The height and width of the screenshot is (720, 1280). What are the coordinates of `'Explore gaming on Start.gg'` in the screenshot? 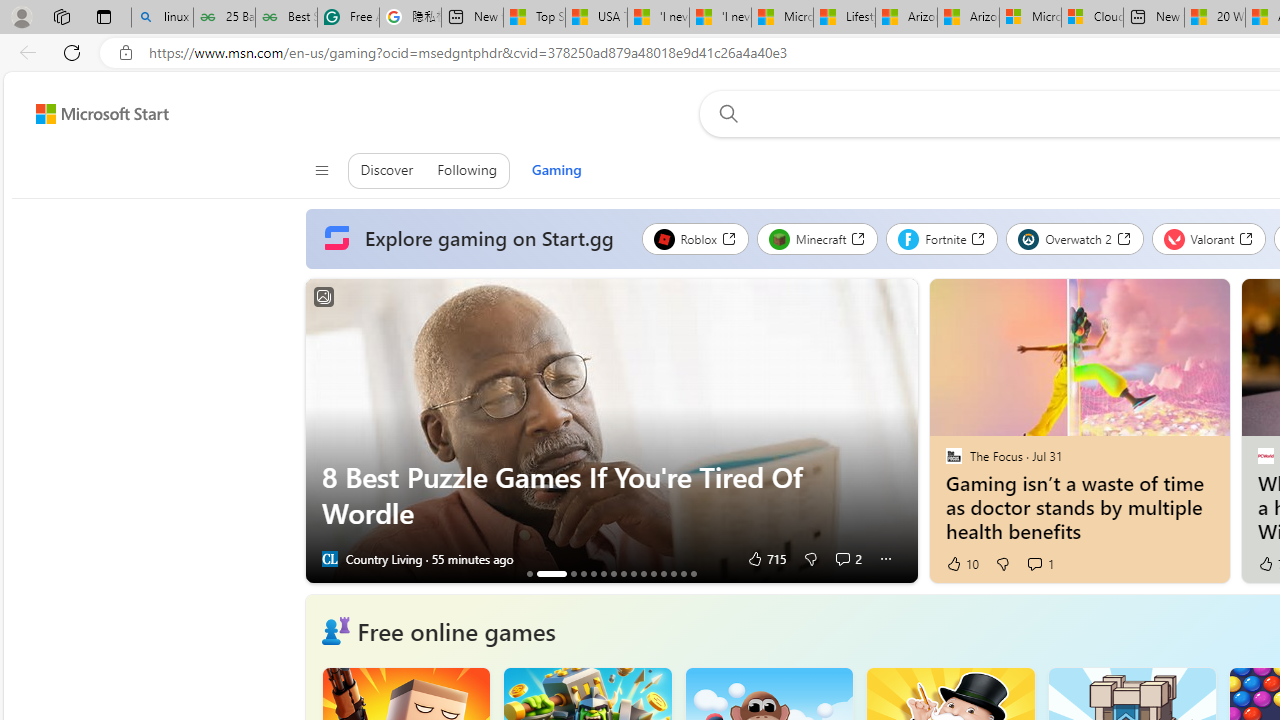 It's located at (472, 238).